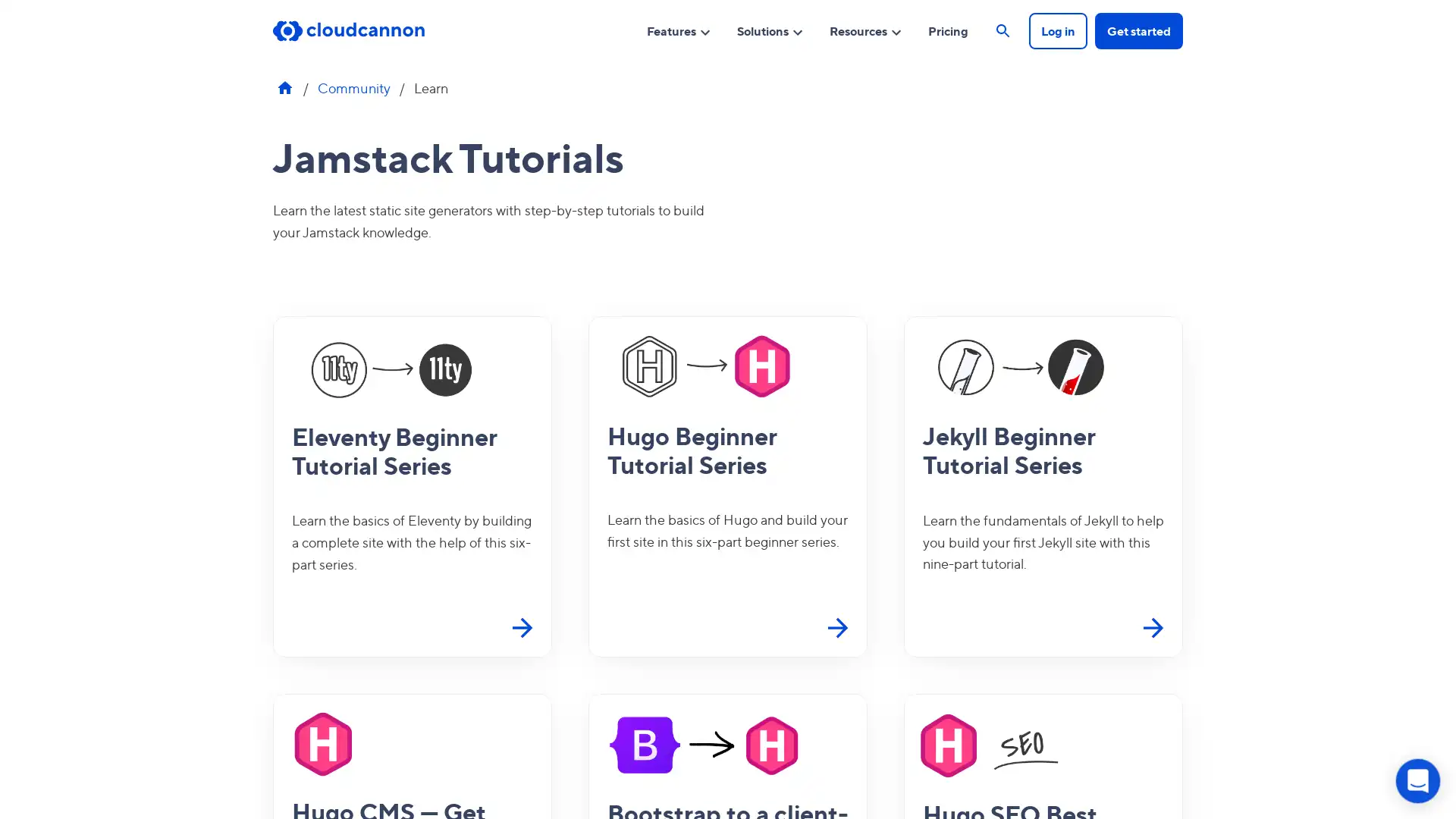 The width and height of the screenshot is (1456, 819). What do you see at coordinates (770, 30) in the screenshot?
I see `Solutions` at bounding box center [770, 30].